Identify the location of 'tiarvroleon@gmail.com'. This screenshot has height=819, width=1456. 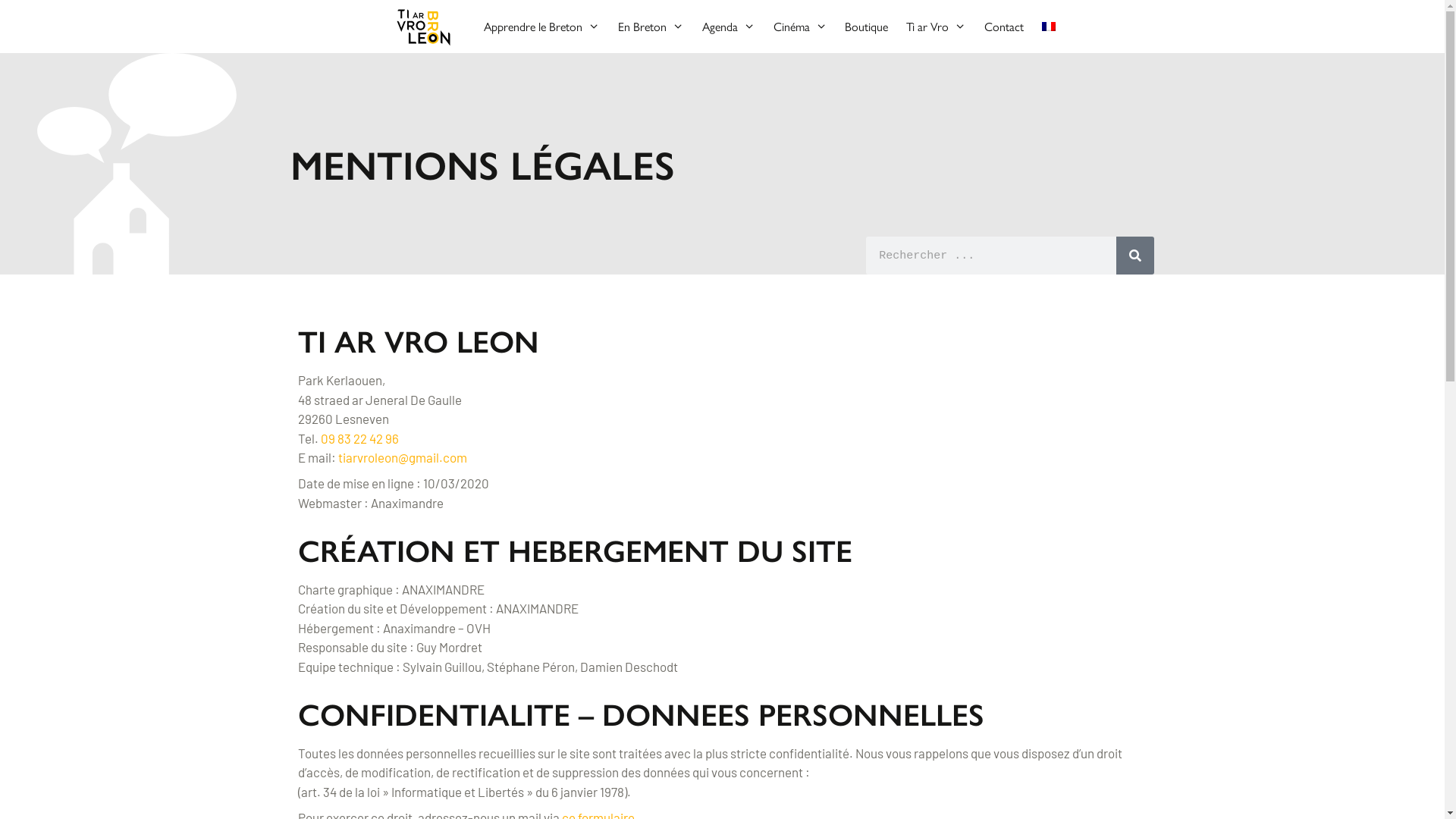
(403, 456).